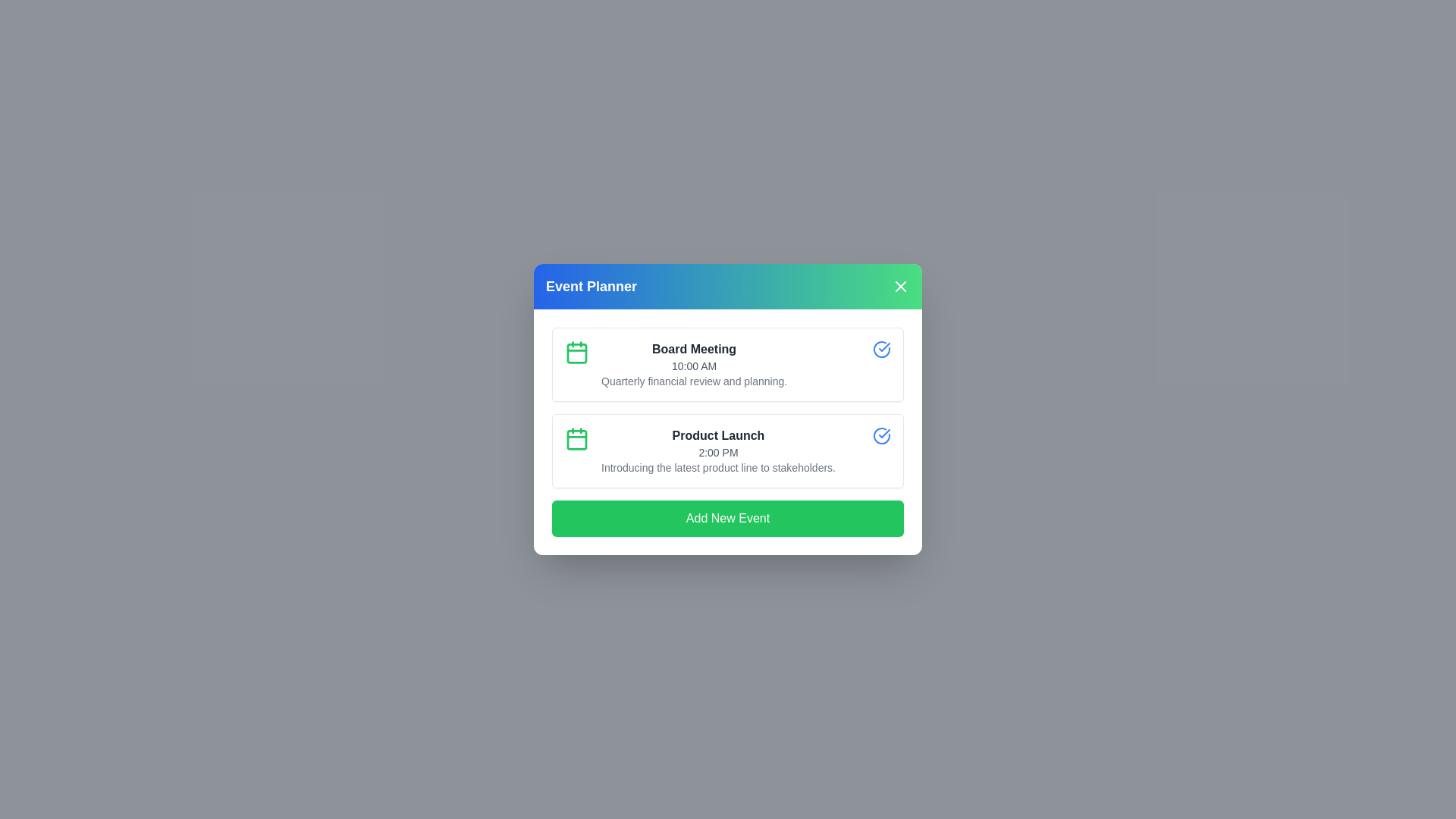 This screenshot has width=1456, height=819. Describe the element at coordinates (881, 350) in the screenshot. I see `the clickable confirmation icon located in the top-right corner of the 'Board Meeting' event card to change its color` at that location.